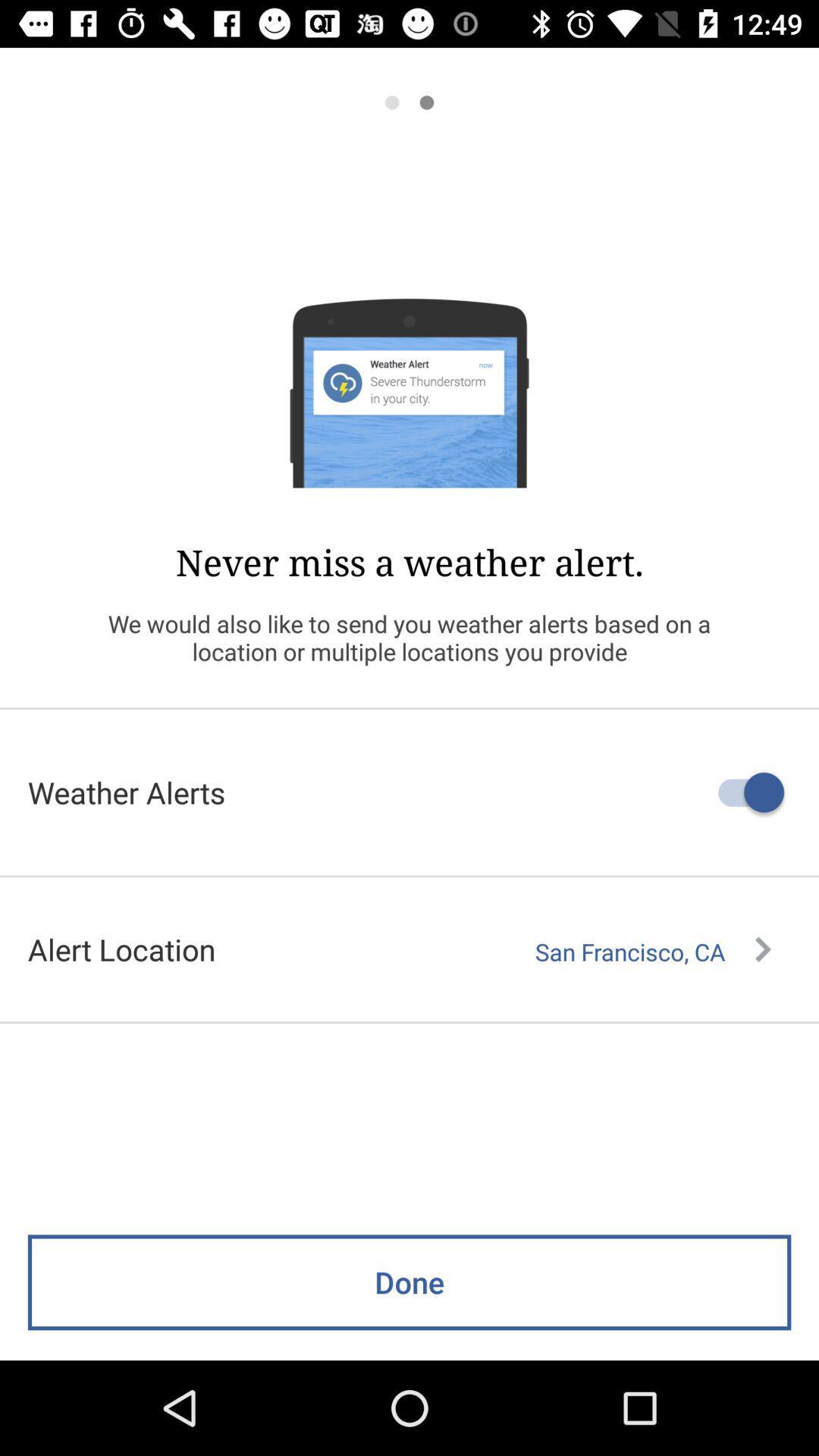  What do you see at coordinates (409, 1282) in the screenshot?
I see `the done` at bounding box center [409, 1282].